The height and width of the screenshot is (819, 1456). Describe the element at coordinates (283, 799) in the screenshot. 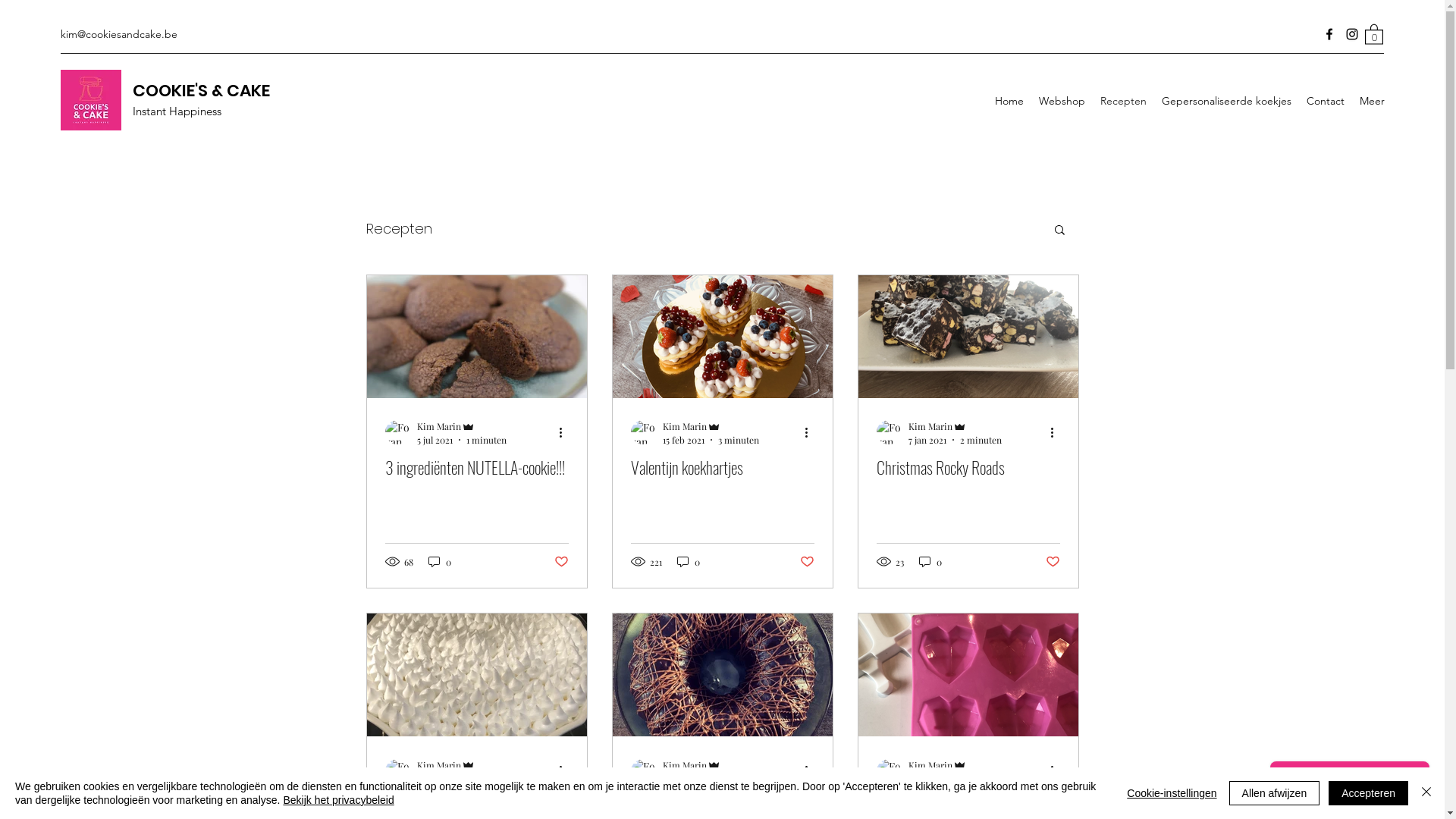

I see `'Bekijk het privacybeleid'` at that location.